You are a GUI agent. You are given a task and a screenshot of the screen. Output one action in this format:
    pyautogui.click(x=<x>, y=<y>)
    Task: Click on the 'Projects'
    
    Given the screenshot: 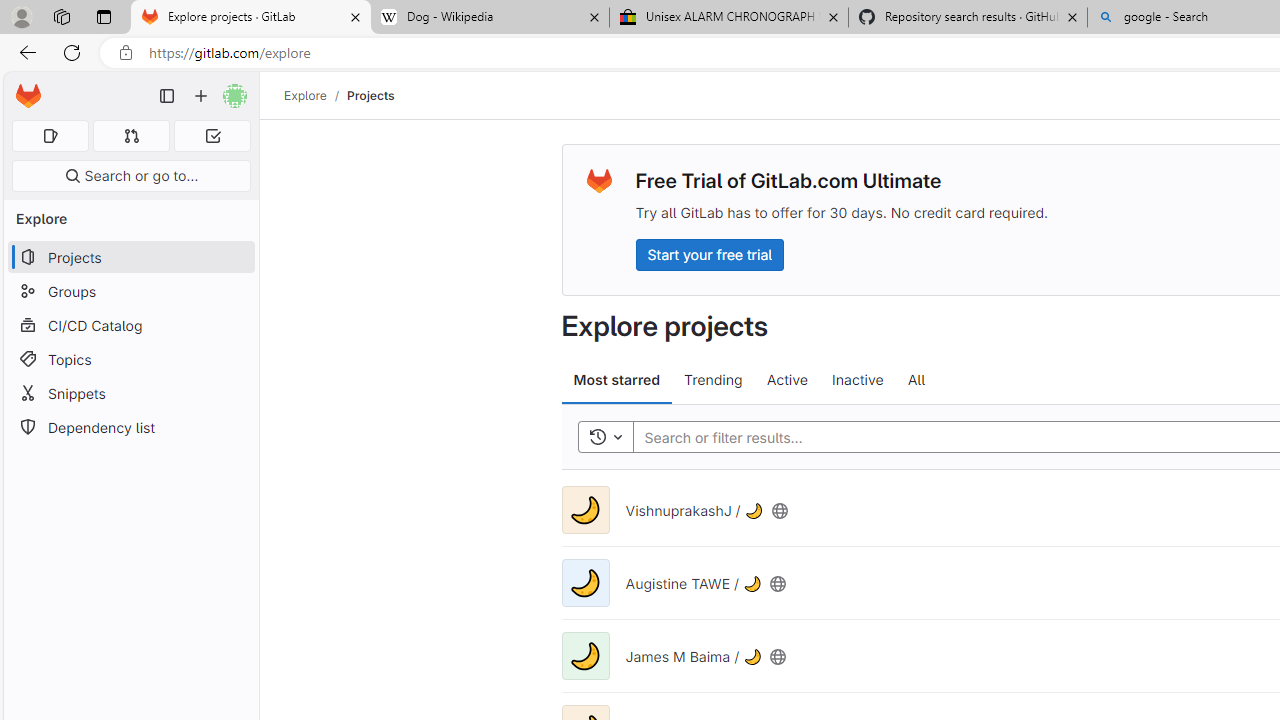 What is the action you would take?
    pyautogui.click(x=371, y=95)
    